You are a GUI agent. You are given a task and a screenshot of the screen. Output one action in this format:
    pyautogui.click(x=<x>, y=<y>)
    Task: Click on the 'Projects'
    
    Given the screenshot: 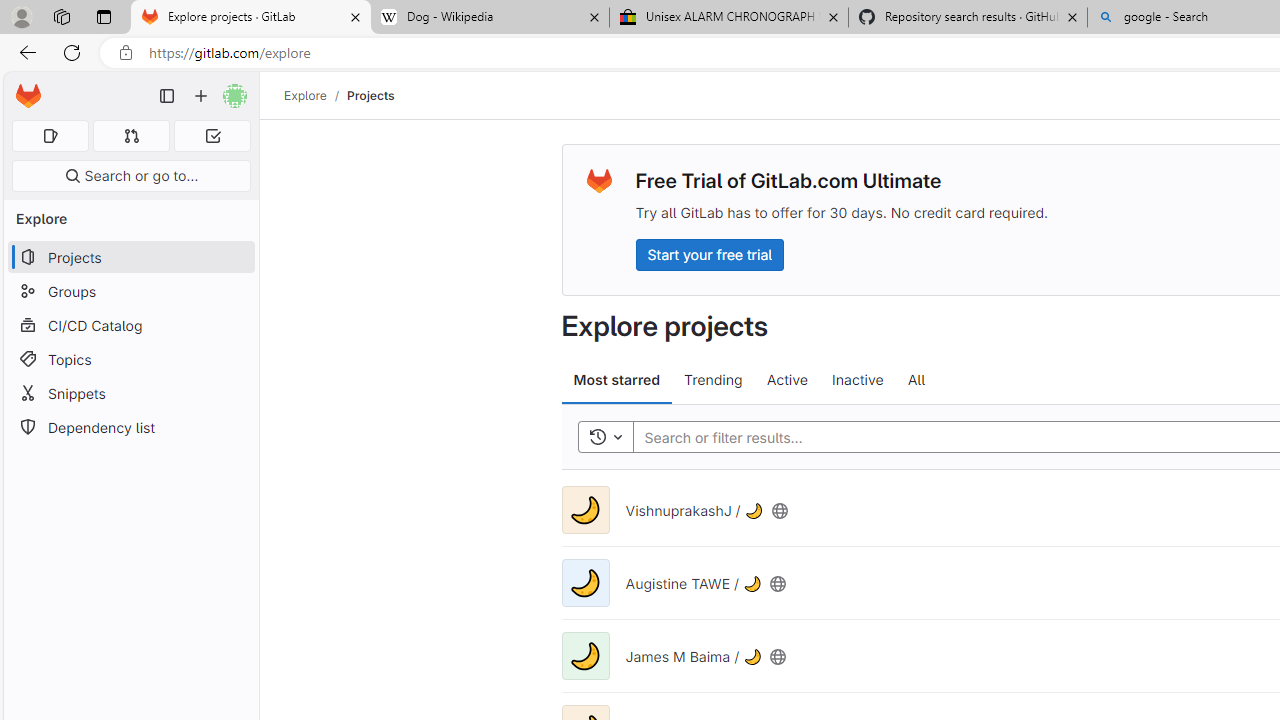 What is the action you would take?
    pyautogui.click(x=371, y=95)
    